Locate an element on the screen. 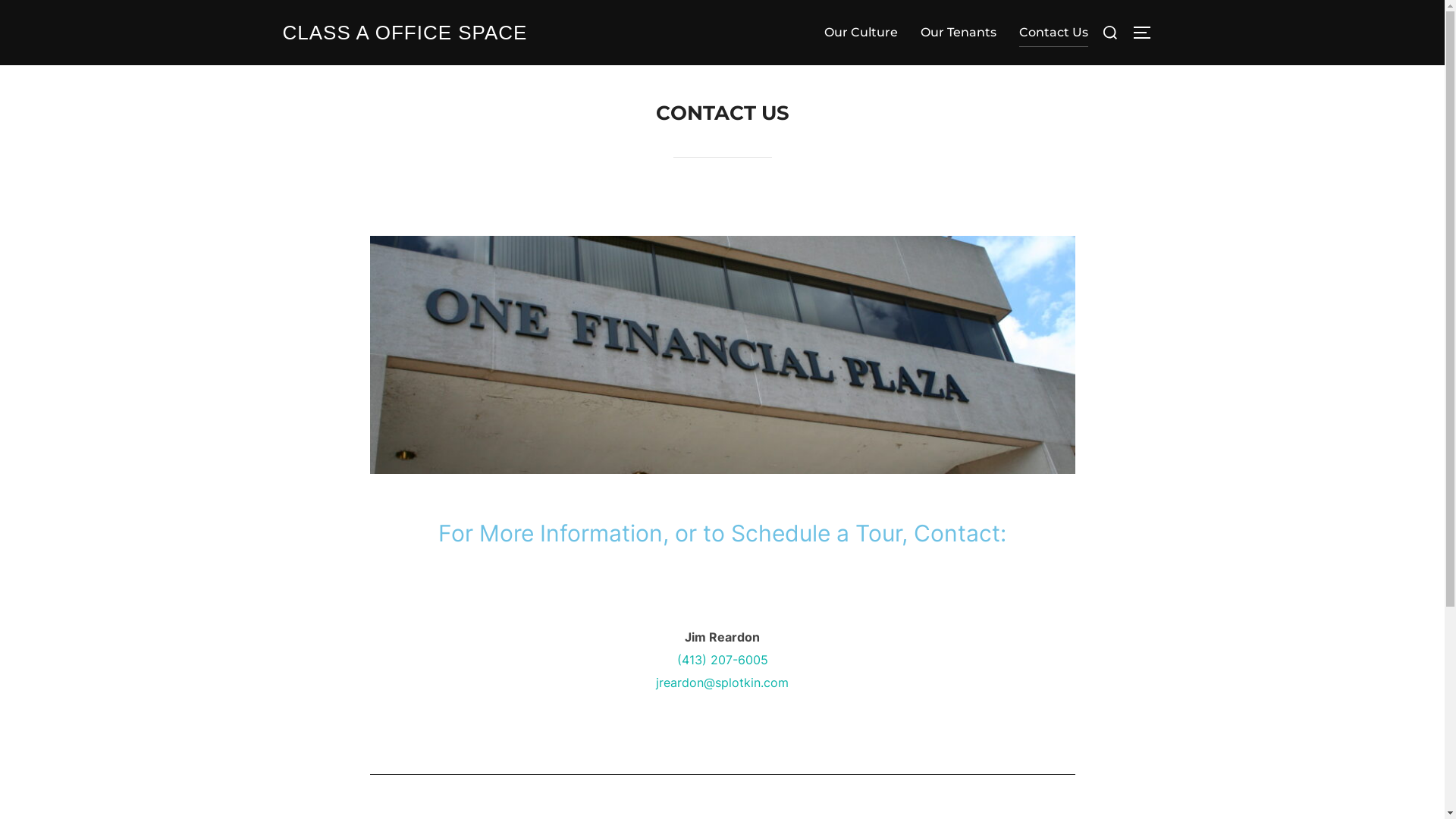 The height and width of the screenshot is (819, 1456). 'Our Tenants' is located at coordinates (957, 32).